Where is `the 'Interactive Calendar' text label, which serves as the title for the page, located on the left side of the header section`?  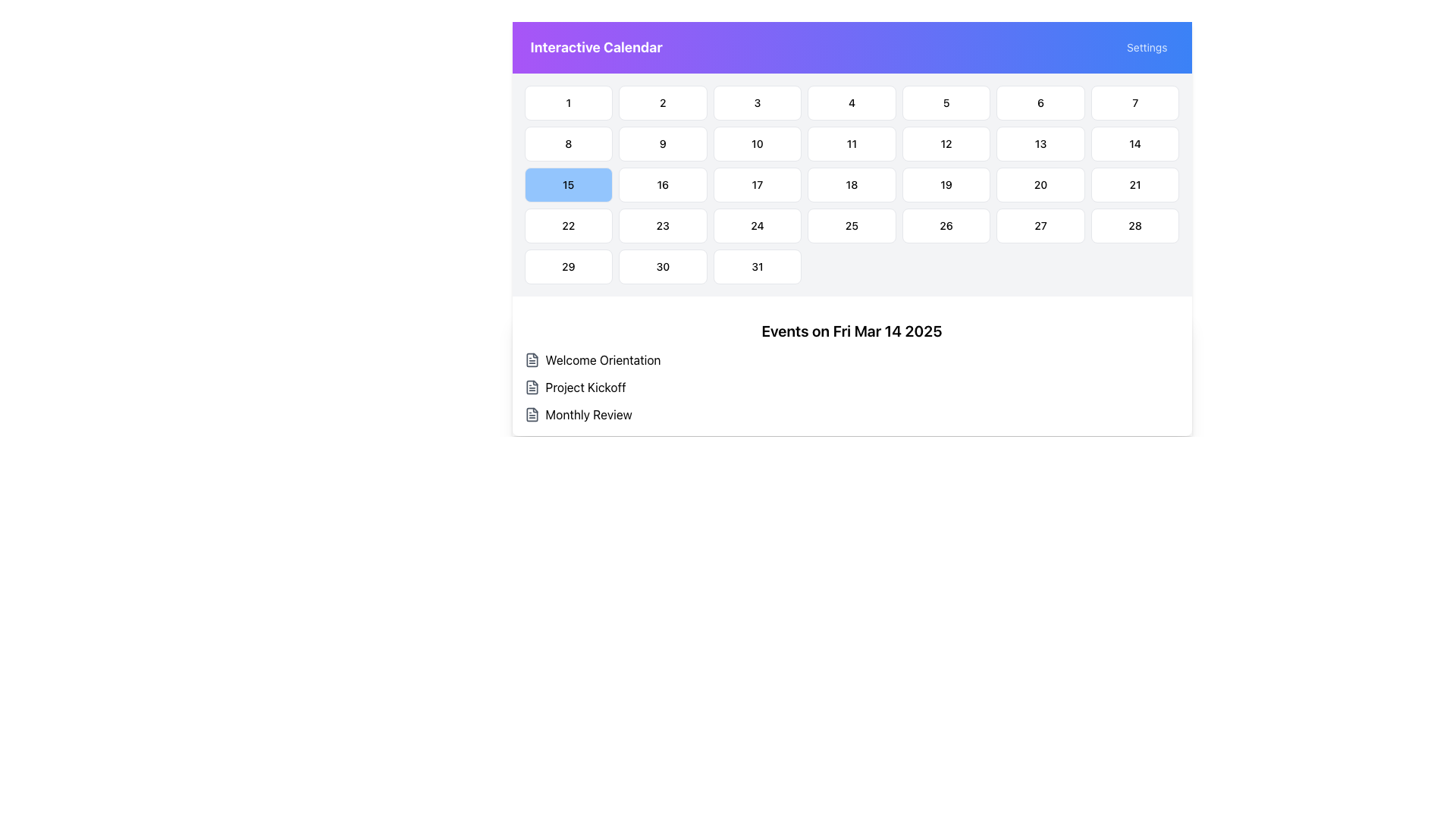 the 'Interactive Calendar' text label, which serves as the title for the page, located on the left side of the header section is located at coordinates (595, 46).